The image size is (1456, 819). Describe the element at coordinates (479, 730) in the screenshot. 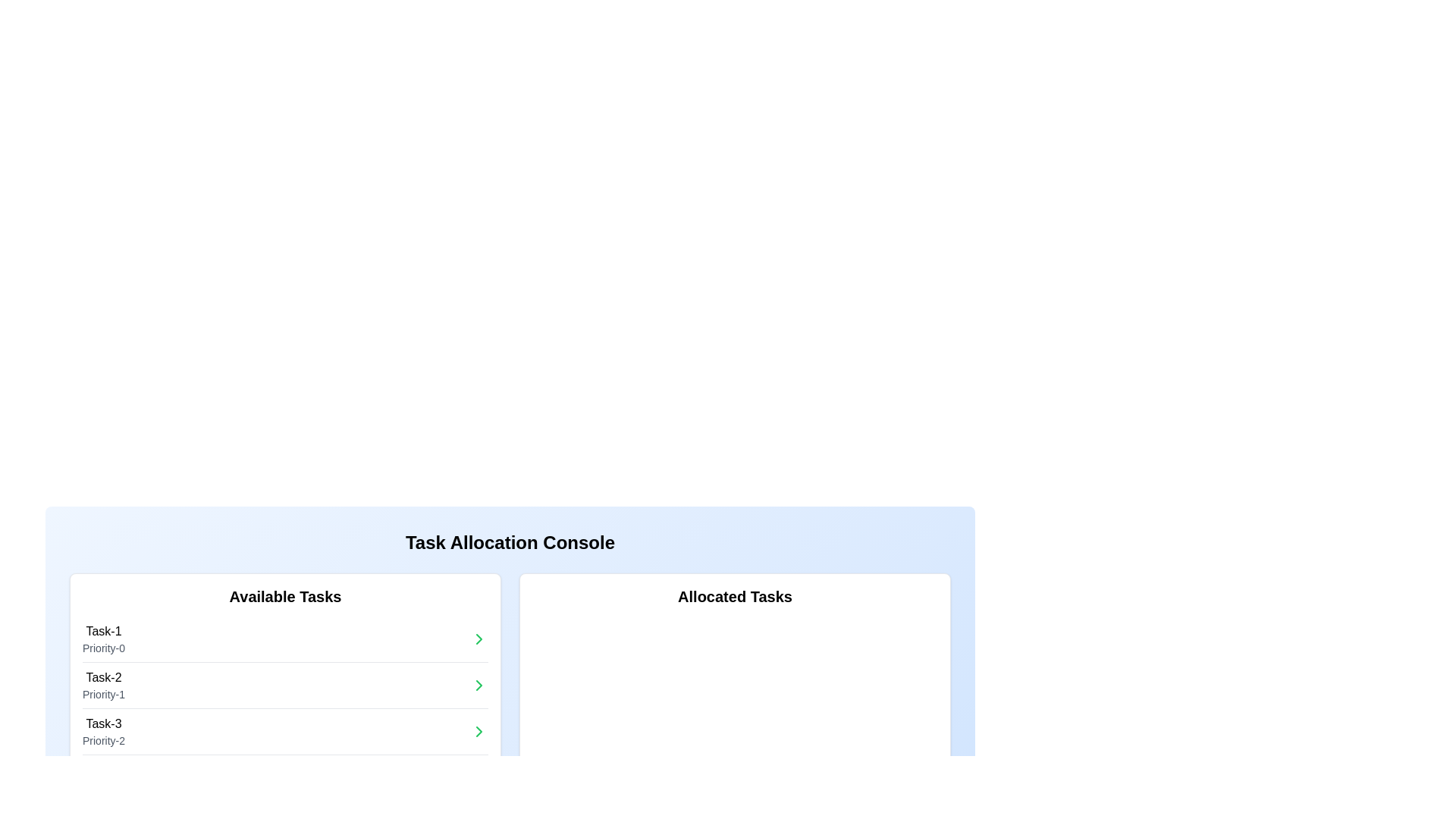

I see `the right-pointing green chevron icon located in the 'Available Tasks' section` at that location.